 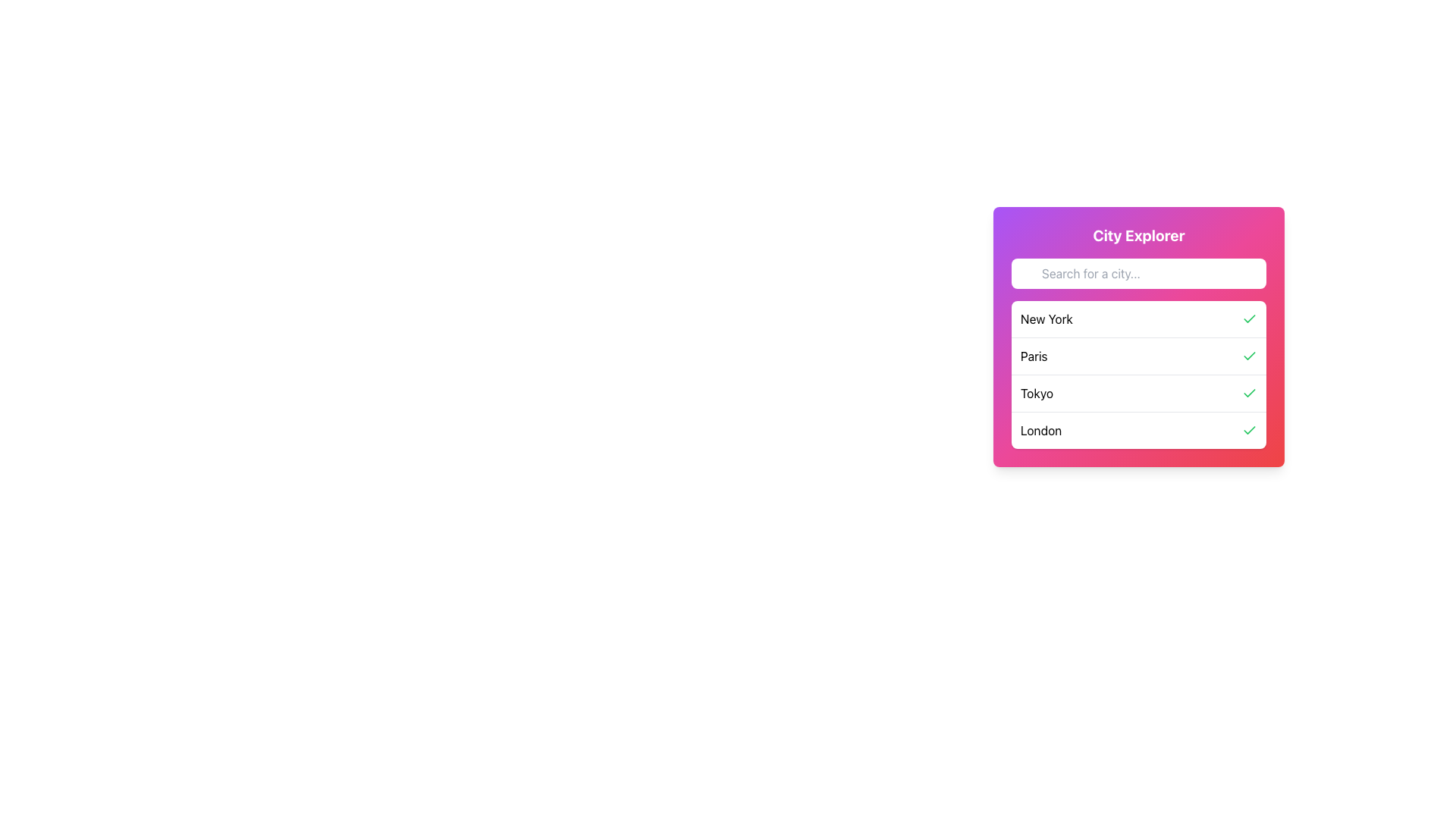 What do you see at coordinates (1139, 430) in the screenshot?
I see `the list item labeled 'London', which is the fourth item in the list` at bounding box center [1139, 430].